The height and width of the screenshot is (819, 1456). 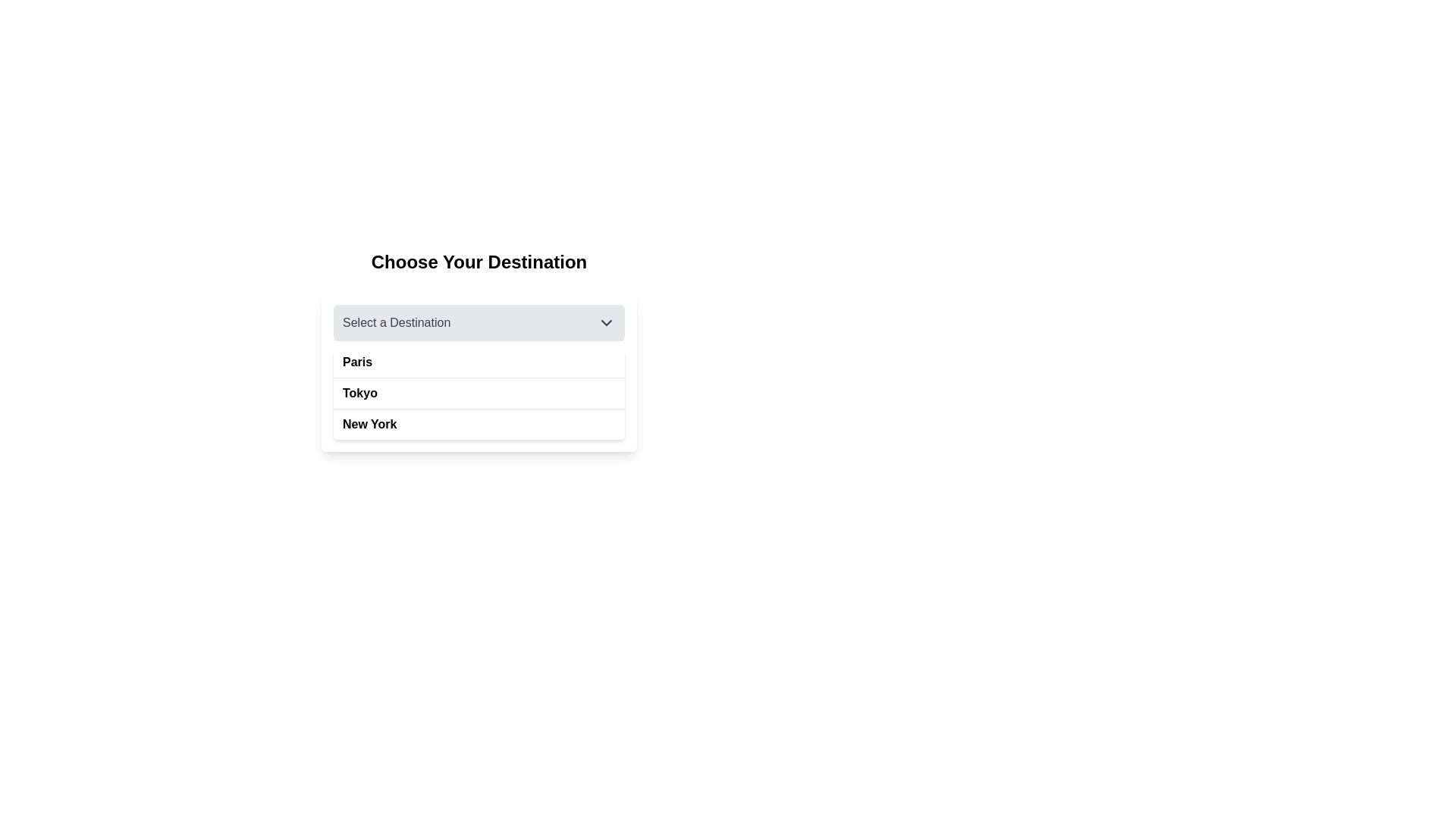 What do you see at coordinates (479, 362) in the screenshot?
I see `the 'Paris' menu option, which is the first selectable option in the 'Choose Your Destination' list` at bounding box center [479, 362].